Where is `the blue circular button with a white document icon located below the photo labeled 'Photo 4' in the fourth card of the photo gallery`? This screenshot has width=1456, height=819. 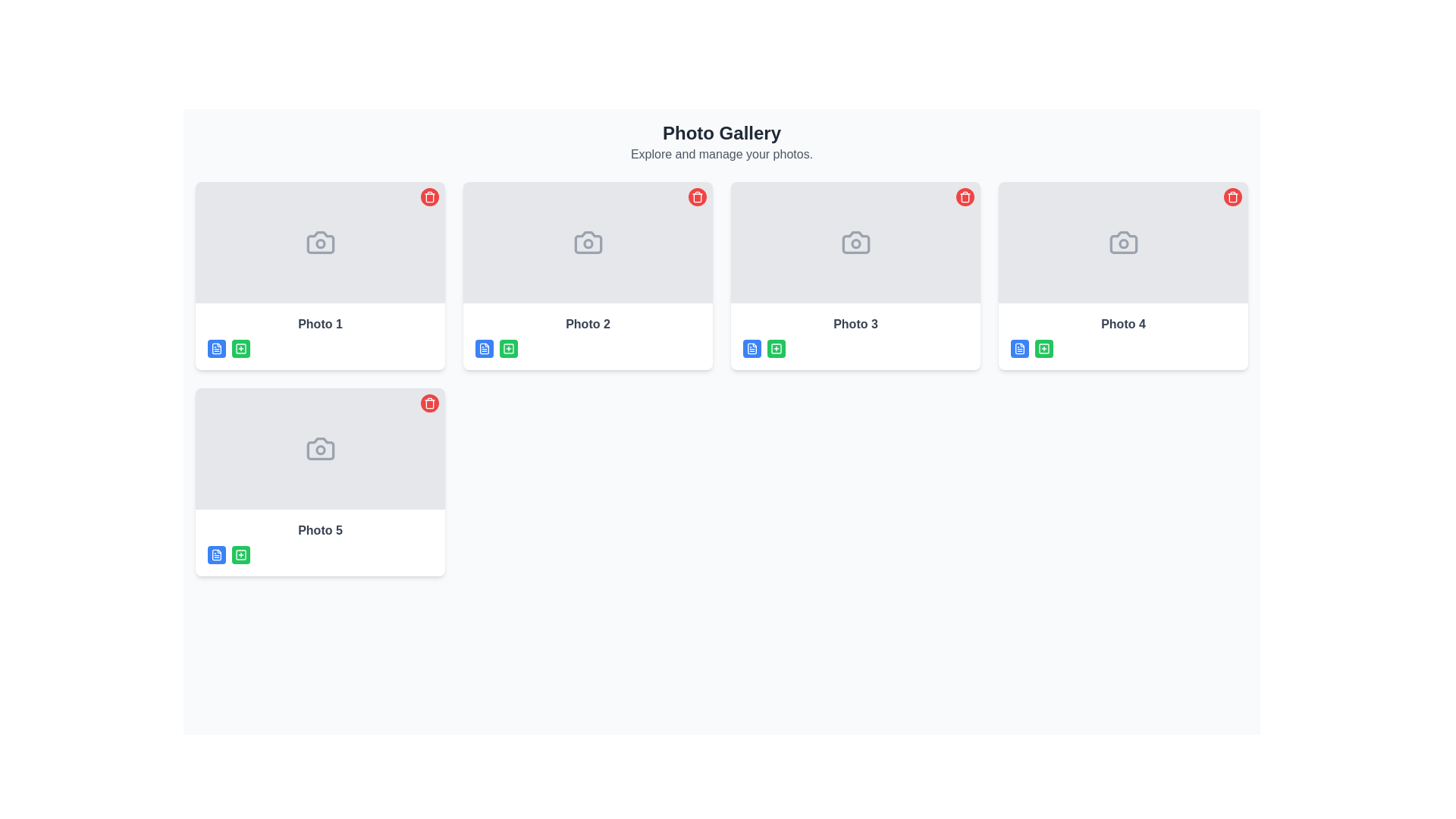 the blue circular button with a white document icon located below the photo labeled 'Photo 4' in the fourth card of the photo gallery is located at coordinates (1019, 348).